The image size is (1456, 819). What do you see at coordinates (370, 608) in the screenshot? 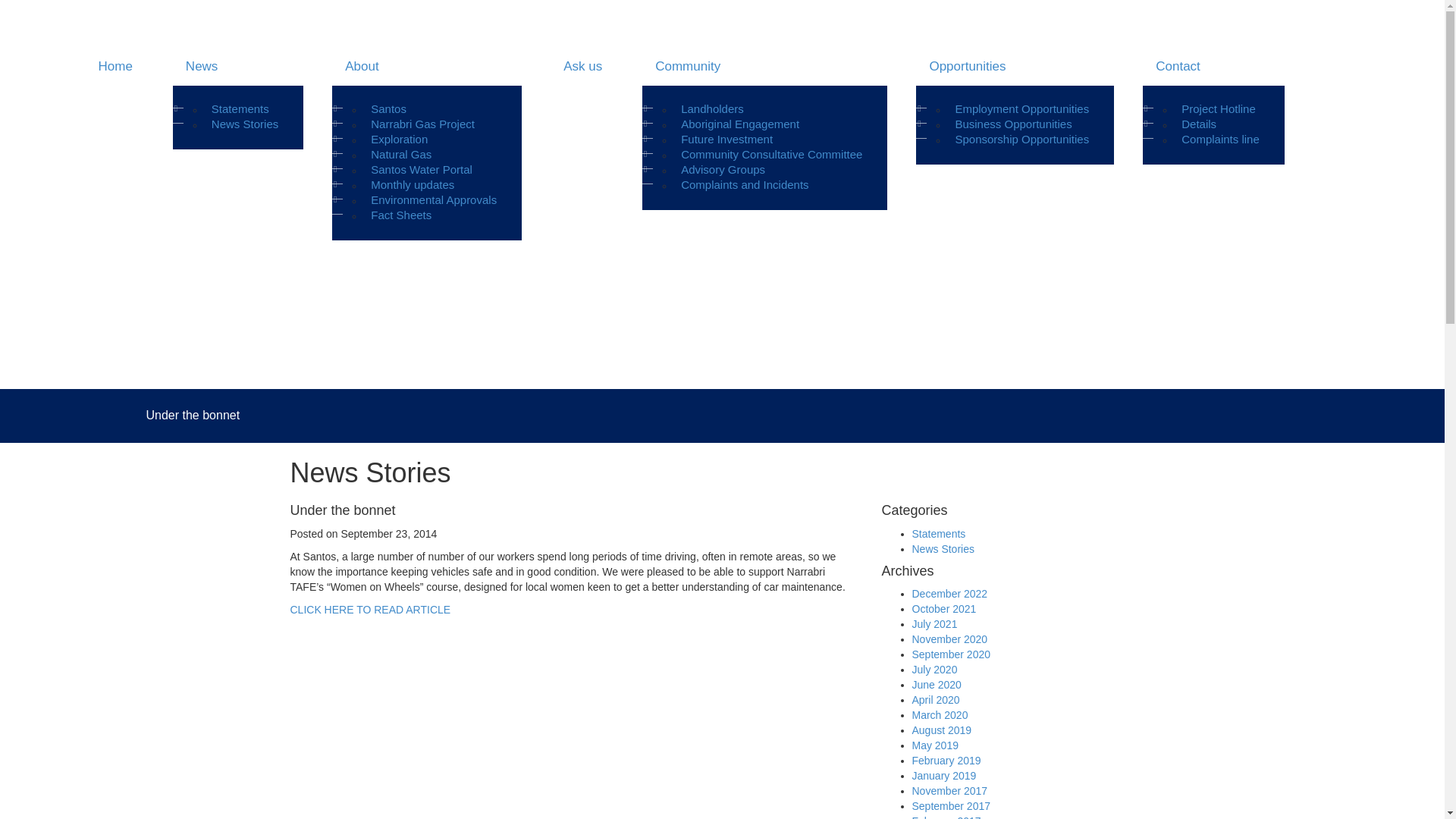
I see `'CLICK HERE TO READ ARTICLE'` at bounding box center [370, 608].